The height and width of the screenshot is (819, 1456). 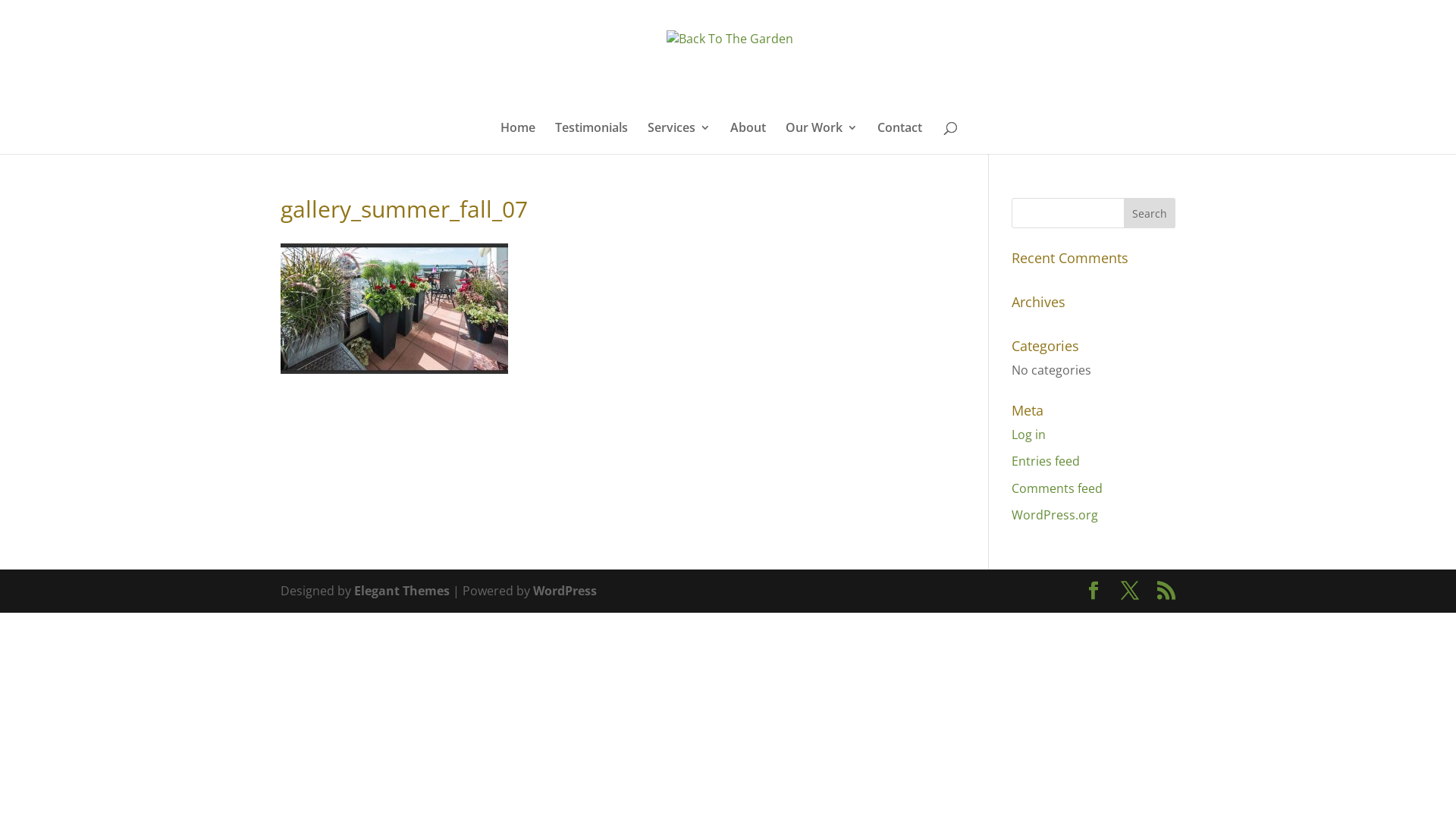 What do you see at coordinates (1054, 513) in the screenshot?
I see `'WordPress.org'` at bounding box center [1054, 513].